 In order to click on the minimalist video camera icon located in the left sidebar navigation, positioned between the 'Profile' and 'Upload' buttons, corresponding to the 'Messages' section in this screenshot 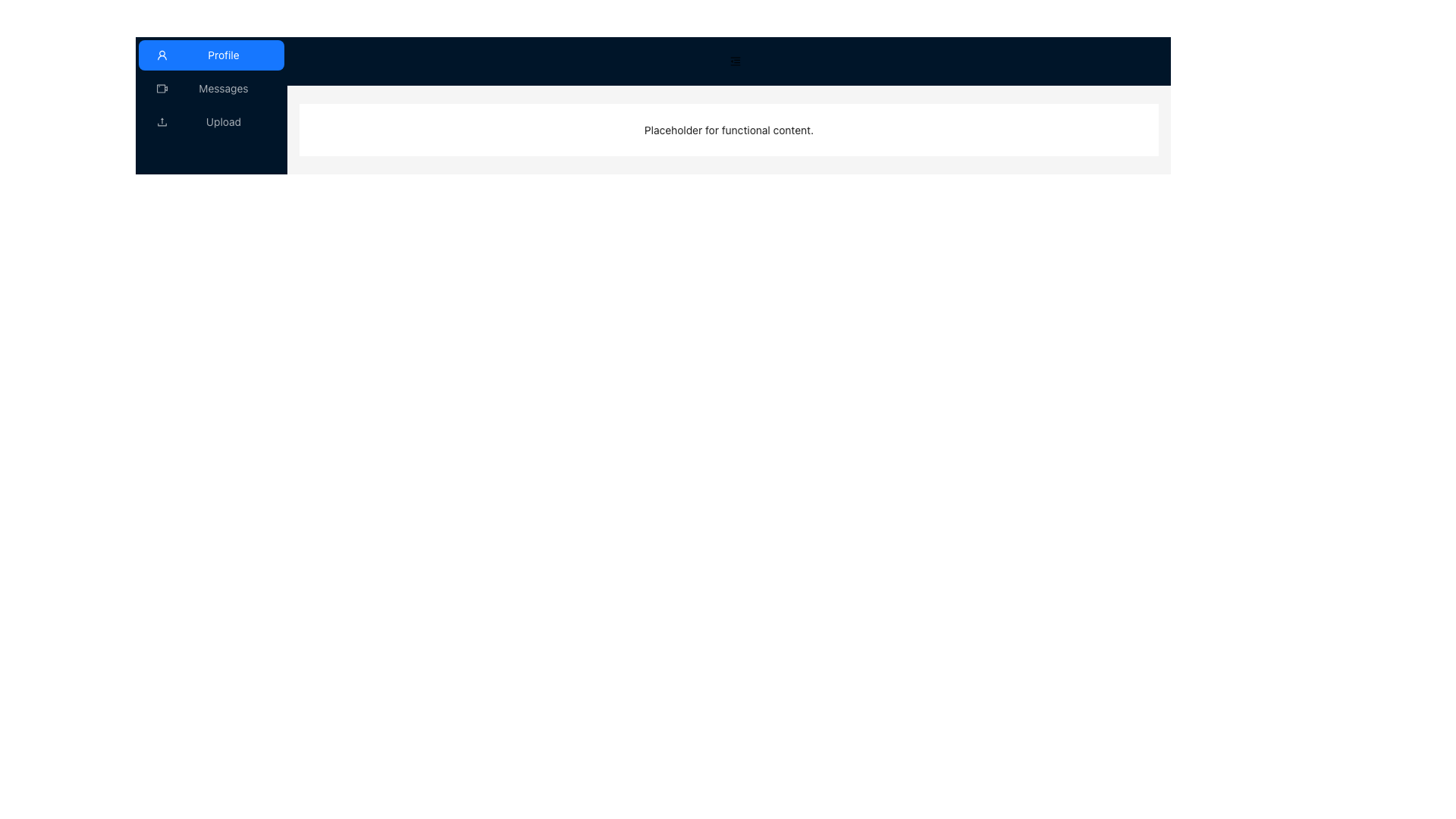, I will do `click(162, 88)`.